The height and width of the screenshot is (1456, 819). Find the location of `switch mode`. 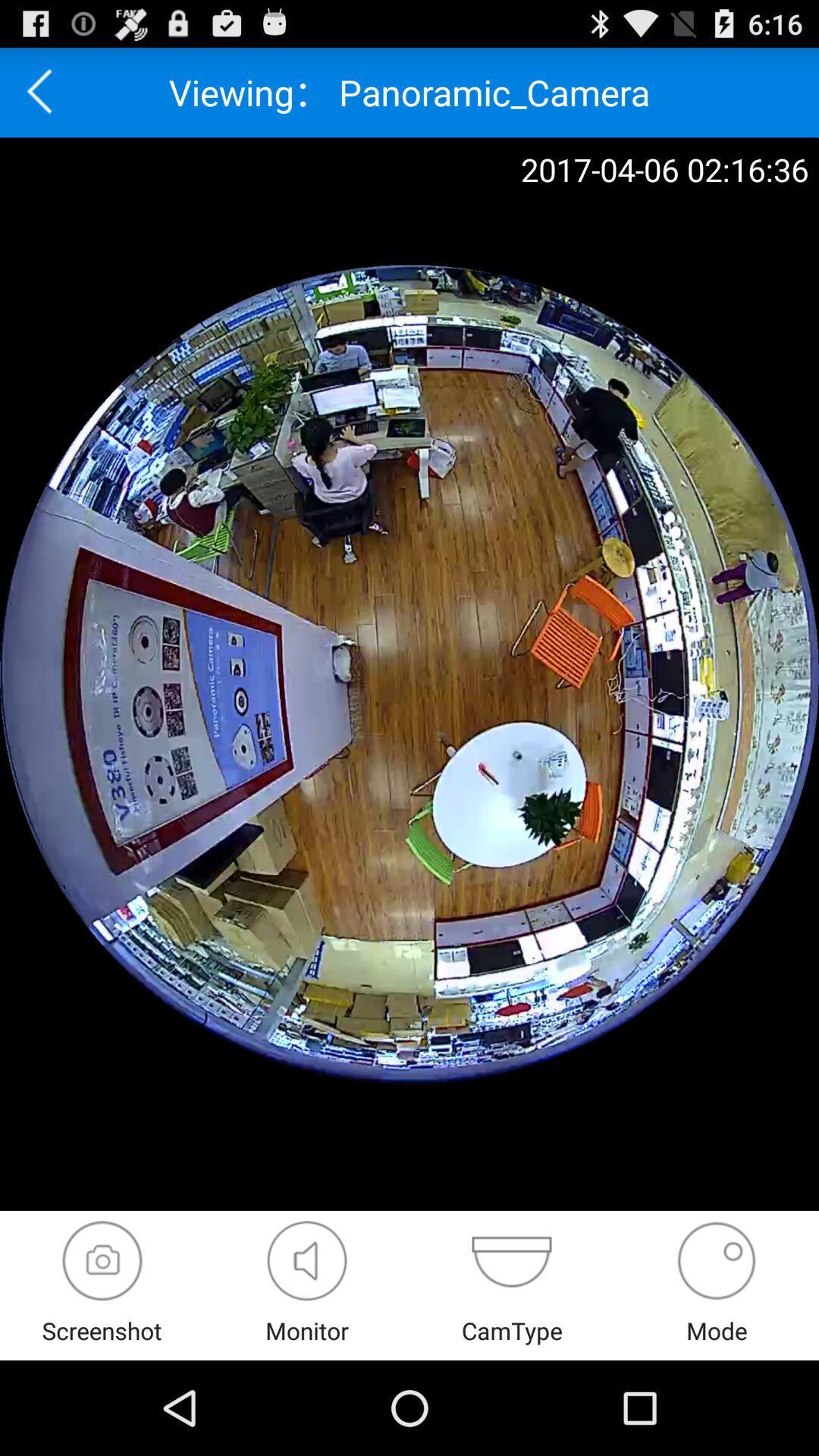

switch mode is located at coordinates (717, 1260).